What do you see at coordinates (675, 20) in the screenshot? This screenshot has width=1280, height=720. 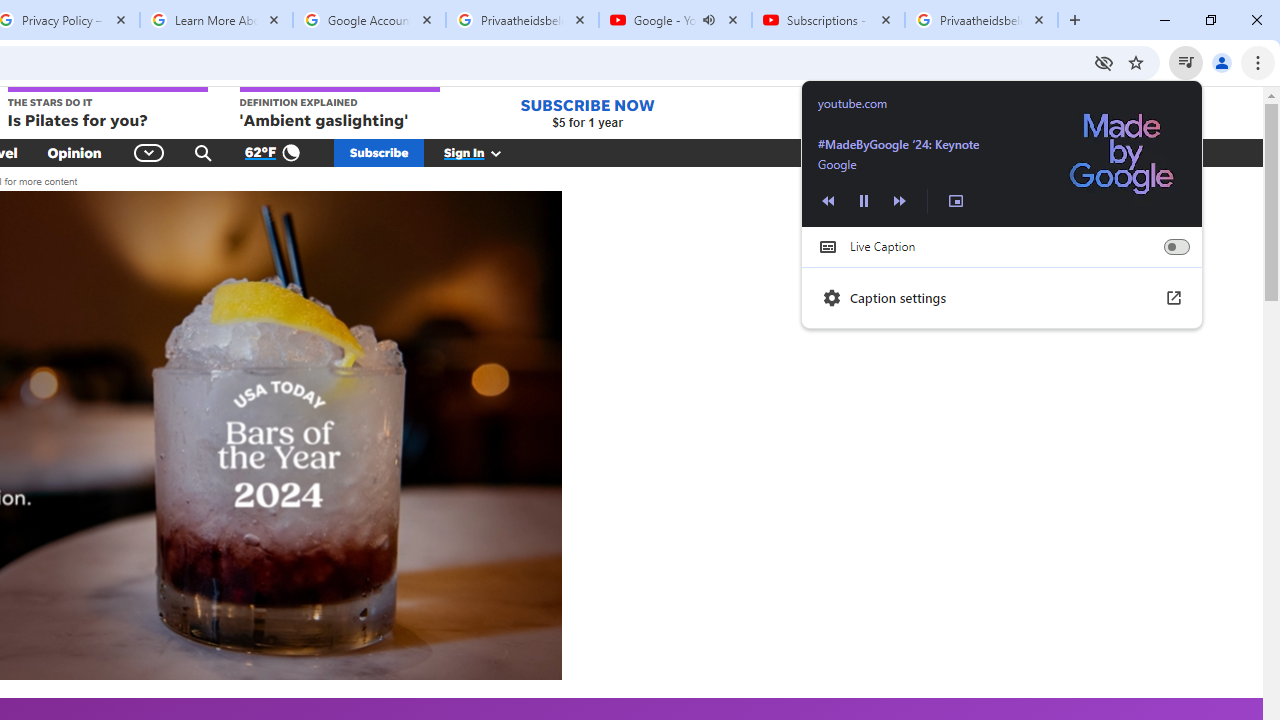 I see `'Google - YouTube - Audio playing'` at bounding box center [675, 20].